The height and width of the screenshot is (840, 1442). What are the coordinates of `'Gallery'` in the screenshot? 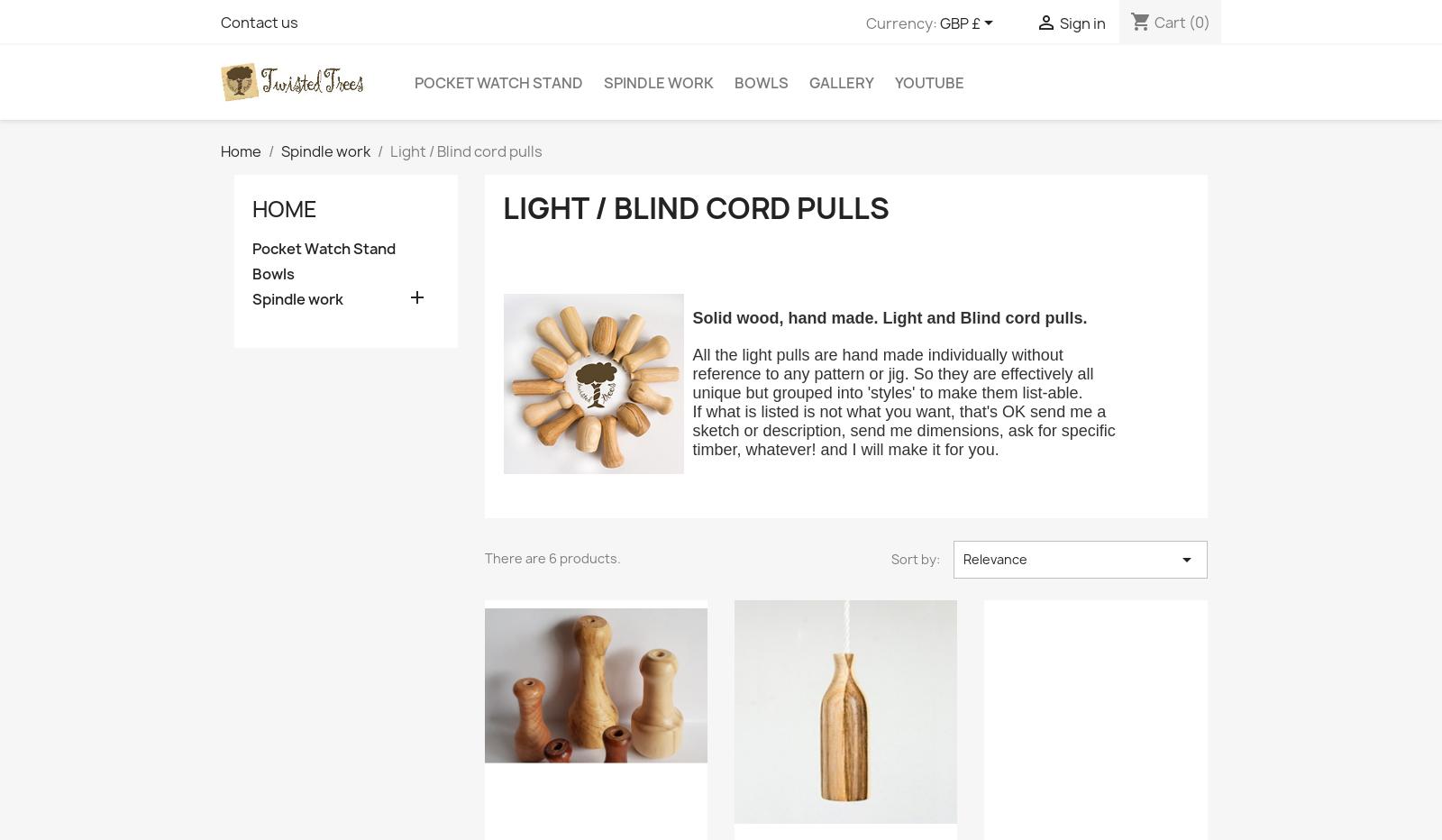 It's located at (840, 81).